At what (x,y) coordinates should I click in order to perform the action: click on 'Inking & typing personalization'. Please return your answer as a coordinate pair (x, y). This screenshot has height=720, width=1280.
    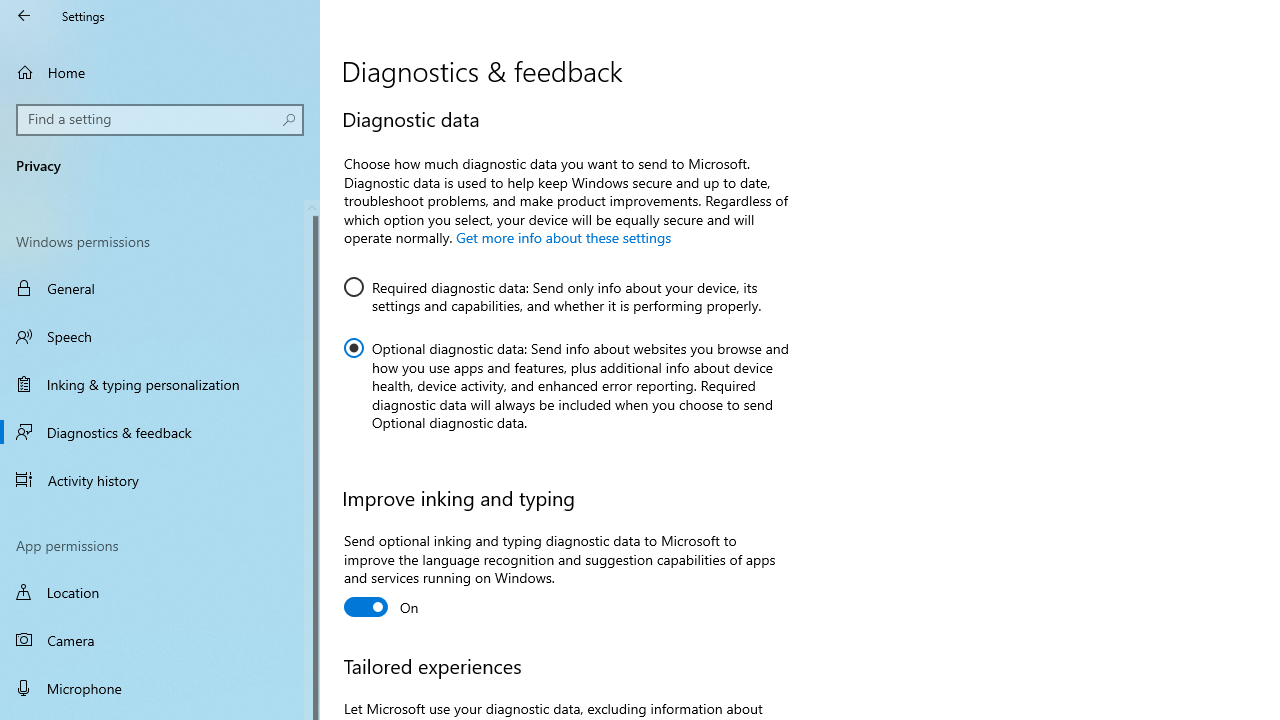
    Looking at the image, I should click on (160, 384).